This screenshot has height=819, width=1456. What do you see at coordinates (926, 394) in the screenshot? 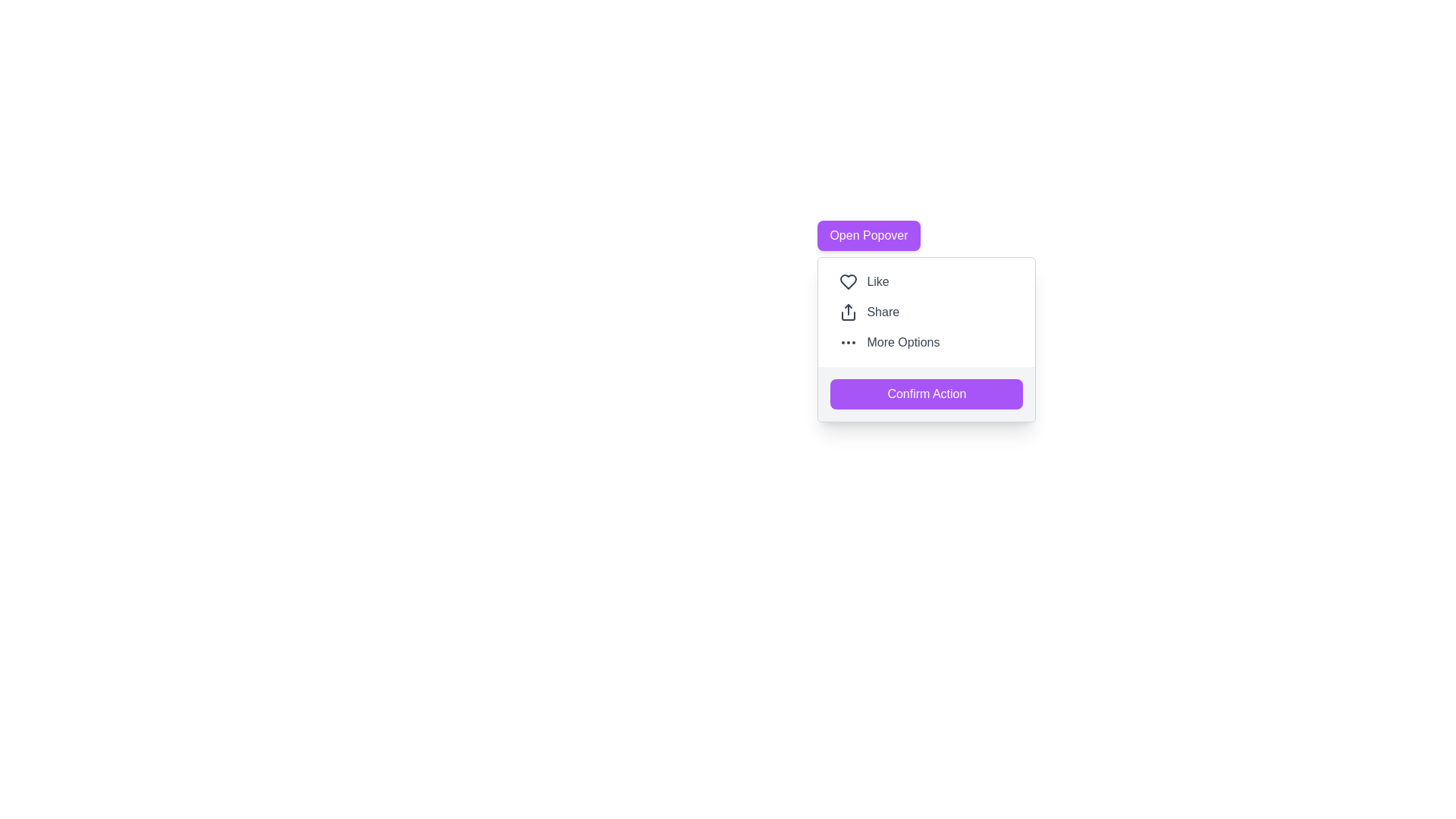
I see `the 'Confirm Action' button, which is a rectangular button with a vibrant purple background and white text, located at the bottom of the menu options` at bounding box center [926, 394].